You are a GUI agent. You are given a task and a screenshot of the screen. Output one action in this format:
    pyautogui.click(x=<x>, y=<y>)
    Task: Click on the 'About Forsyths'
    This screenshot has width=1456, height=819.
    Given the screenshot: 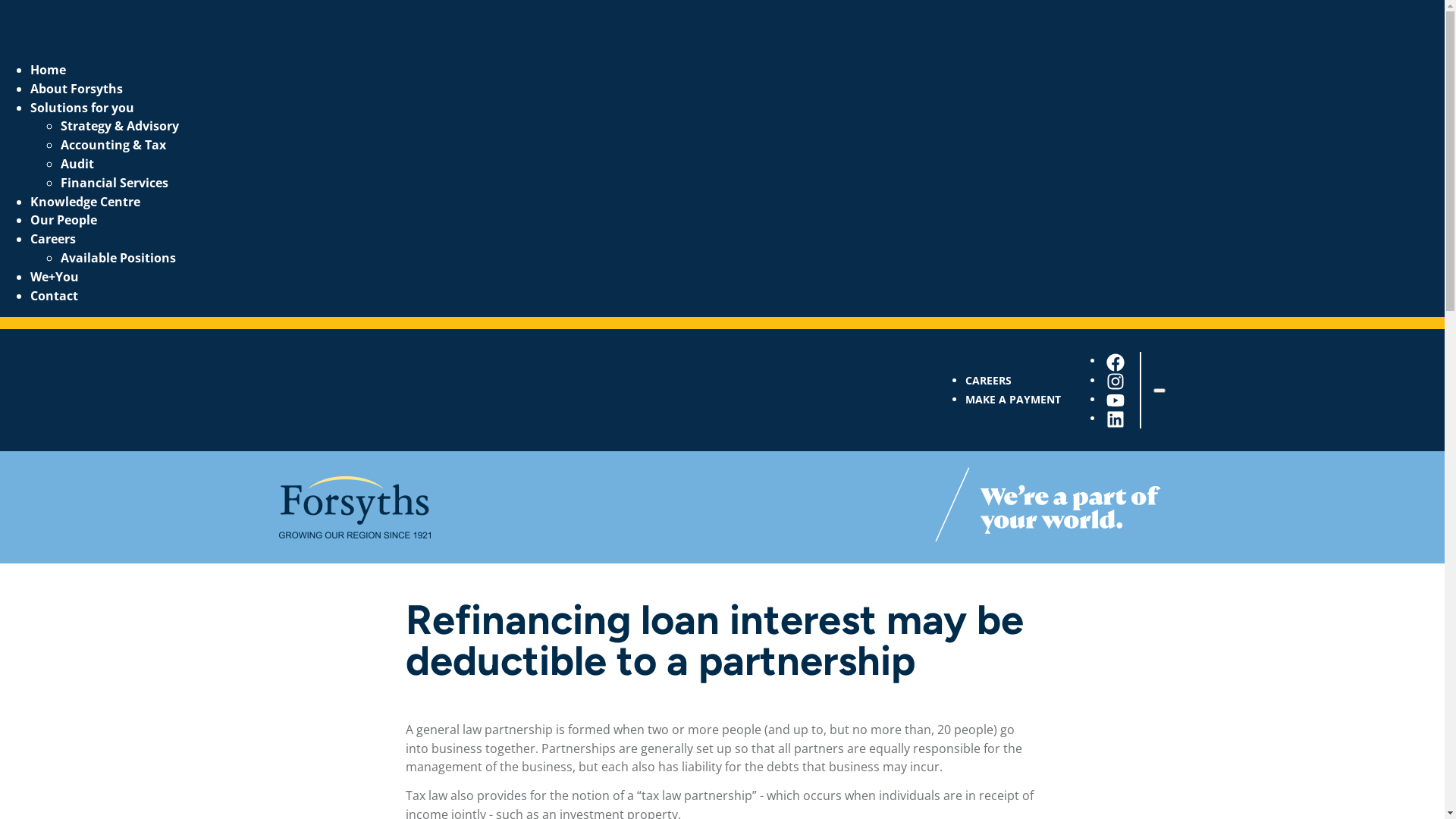 What is the action you would take?
    pyautogui.click(x=75, y=88)
    